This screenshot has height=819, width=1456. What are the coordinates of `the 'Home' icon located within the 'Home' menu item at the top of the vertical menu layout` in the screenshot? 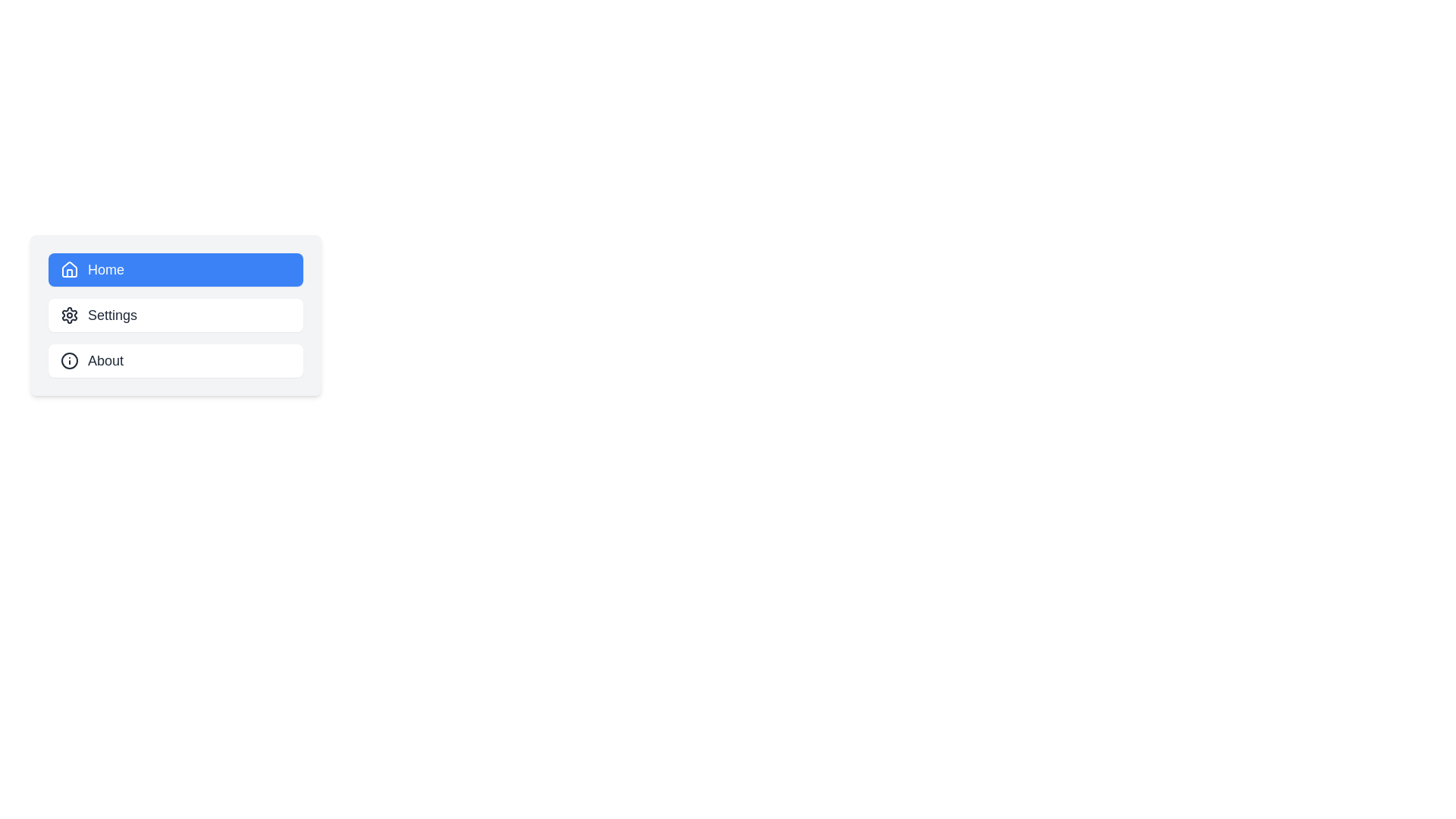 It's located at (68, 268).